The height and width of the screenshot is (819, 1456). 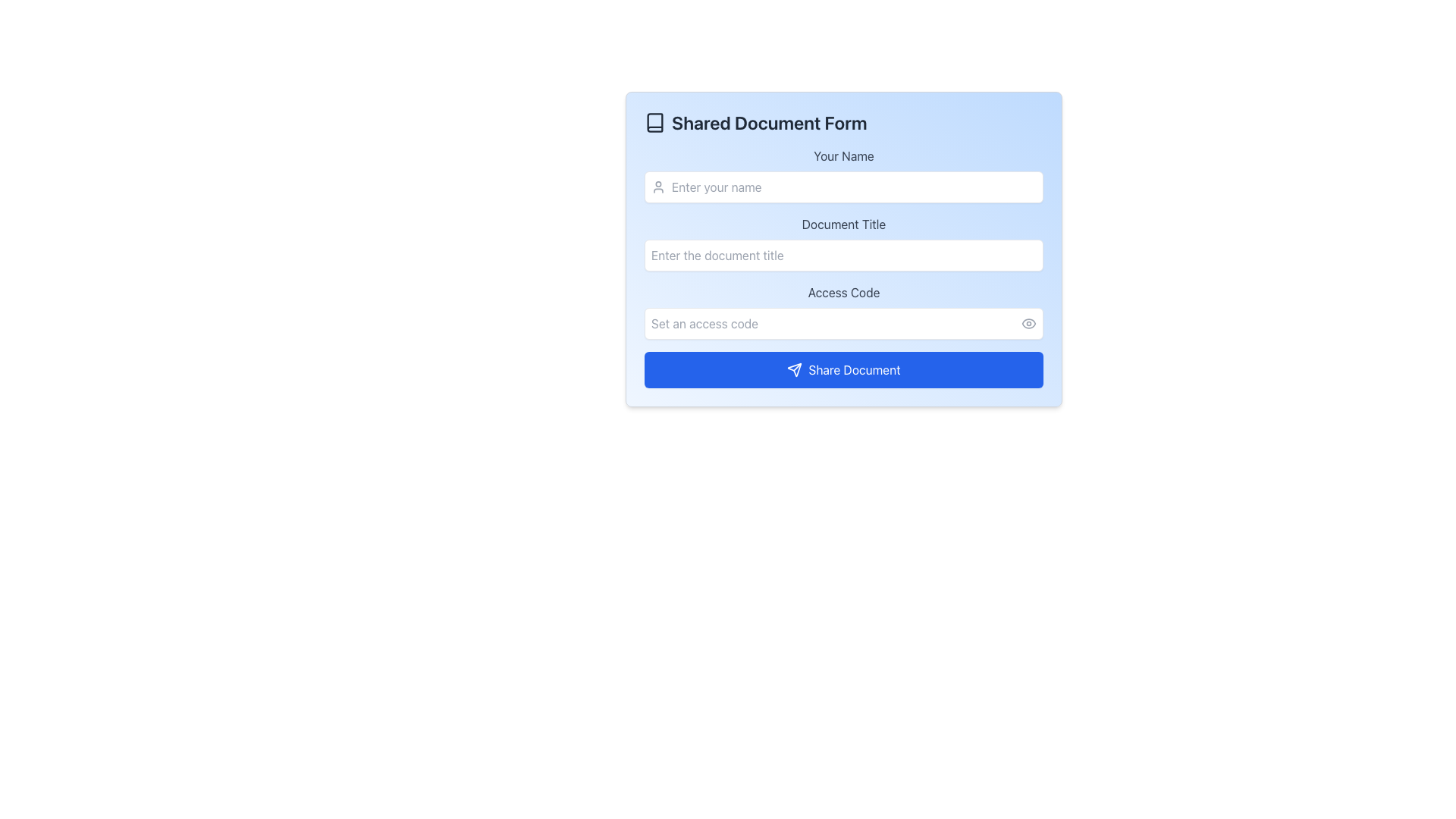 What do you see at coordinates (1029, 323) in the screenshot?
I see `the small circular eye icon button, located at the top-right corner of the access code input field in the 'Shared Document Form'` at bounding box center [1029, 323].